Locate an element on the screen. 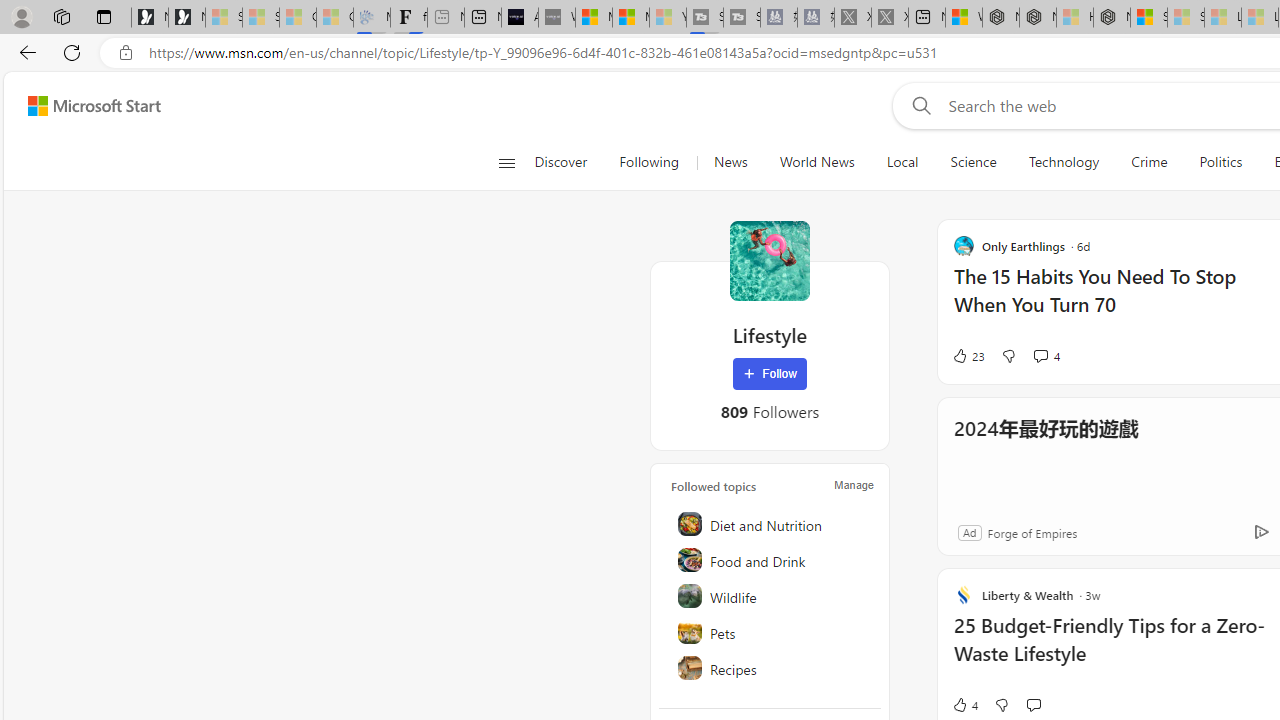 The height and width of the screenshot is (720, 1280). 'Lifestyle' is located at coordinates (768, 260).